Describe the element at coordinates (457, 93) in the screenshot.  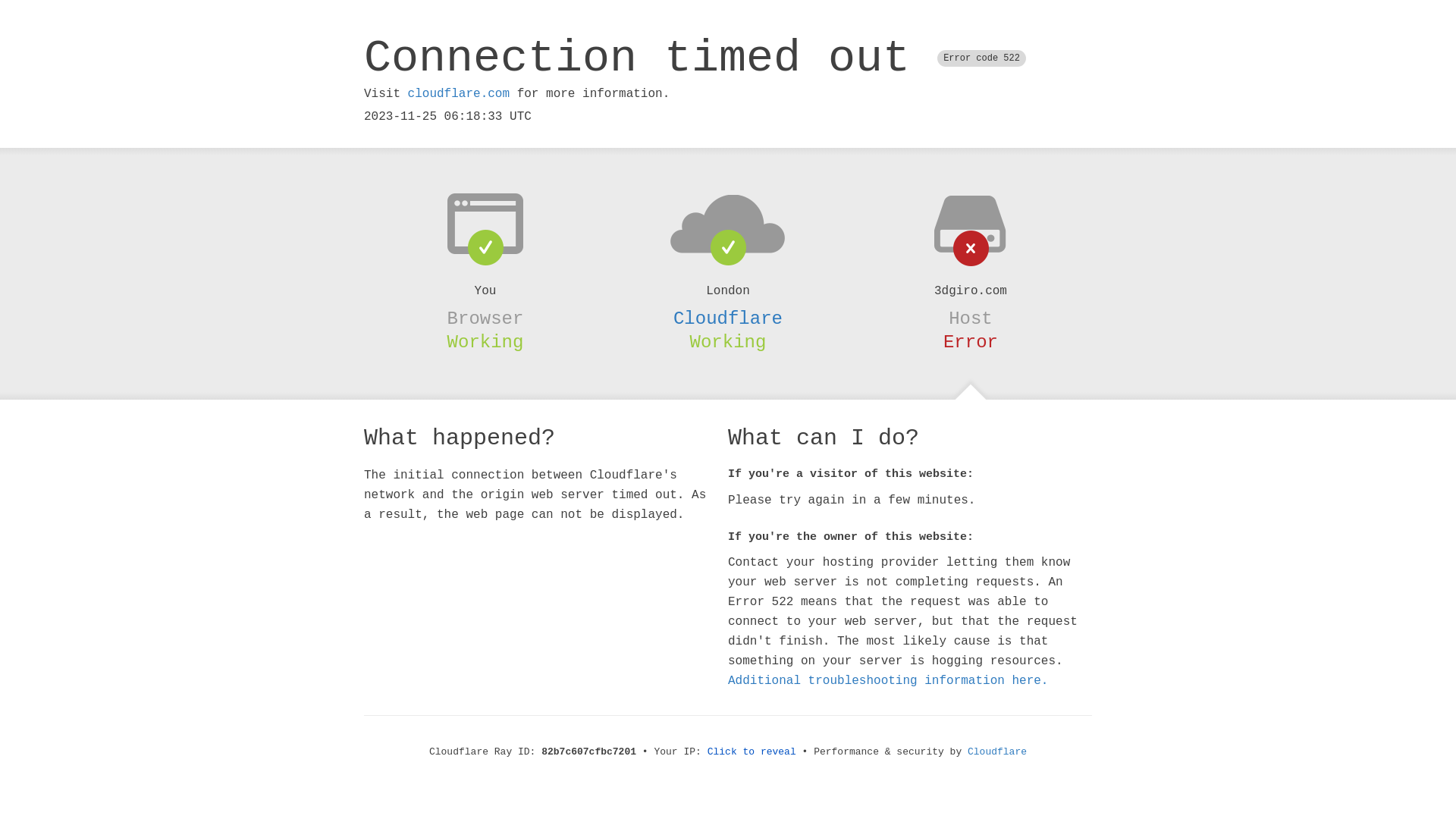
I see `'cloudflare.com'` at that location.